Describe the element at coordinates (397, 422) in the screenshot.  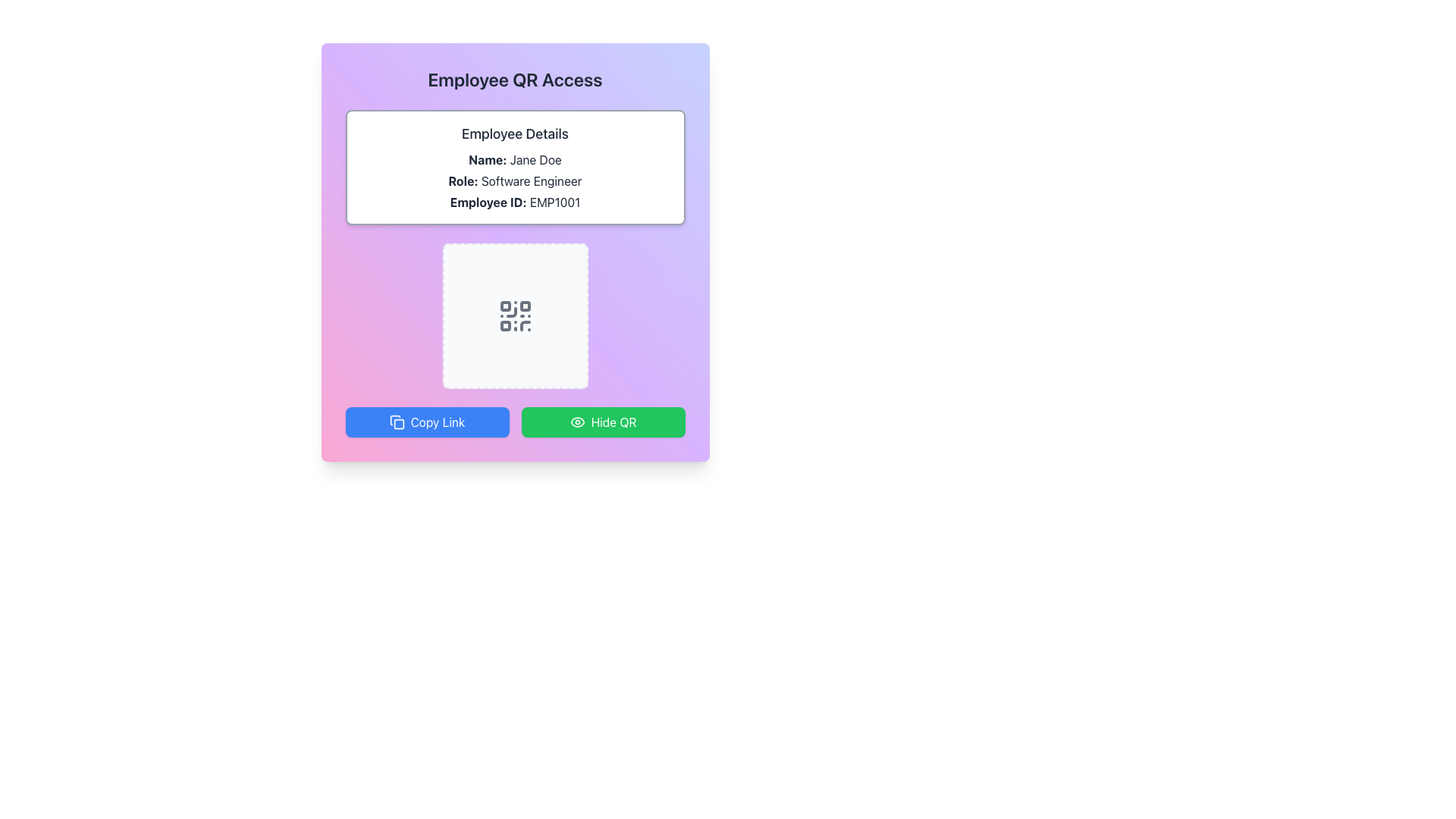
I see `the icon featuring two overlapping rectangles, which is located to the left inside the blue button labeled 'Copy Link'` at that location.